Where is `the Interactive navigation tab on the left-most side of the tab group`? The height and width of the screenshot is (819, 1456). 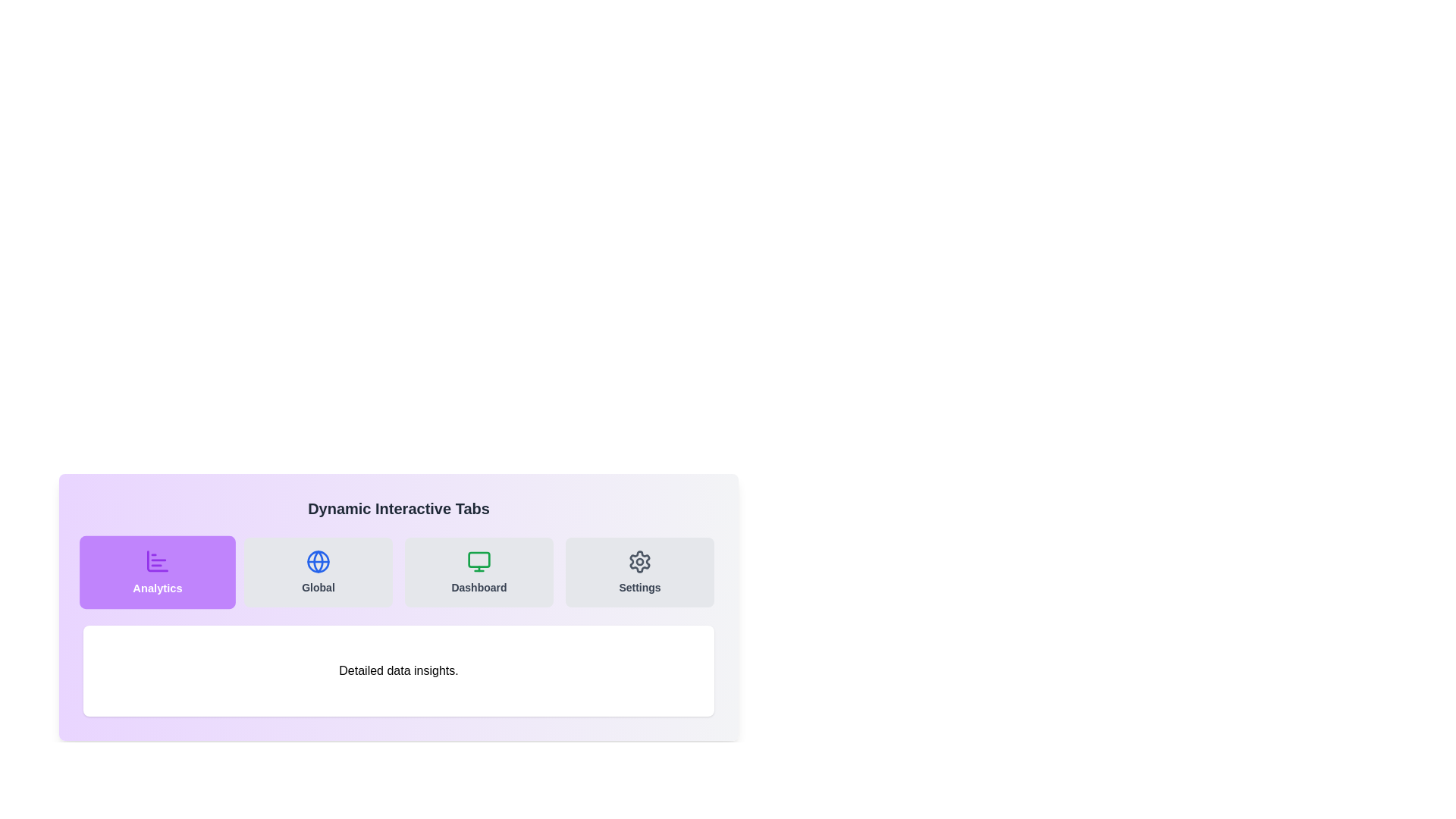 the Interactive navigation tab on the left-most side of the tab group is located at coordinates (157, 573).